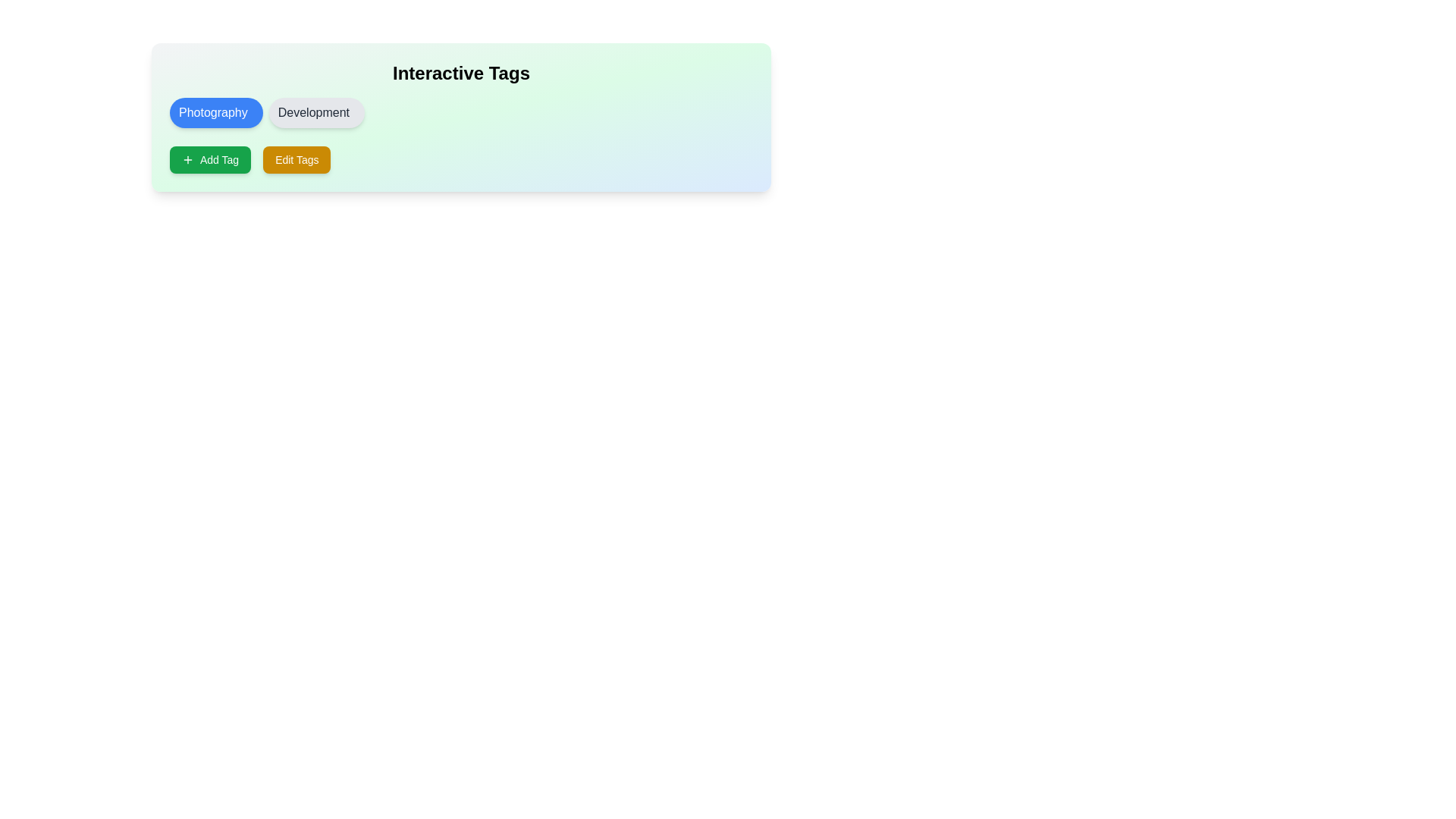 This screenshot has height=819, width=1456. Describe the element at coordinates (187, 160) in the screenshot. I see `the icon representing the 'Add Tag' functionality located within the 'Add Tag' button` at that location.